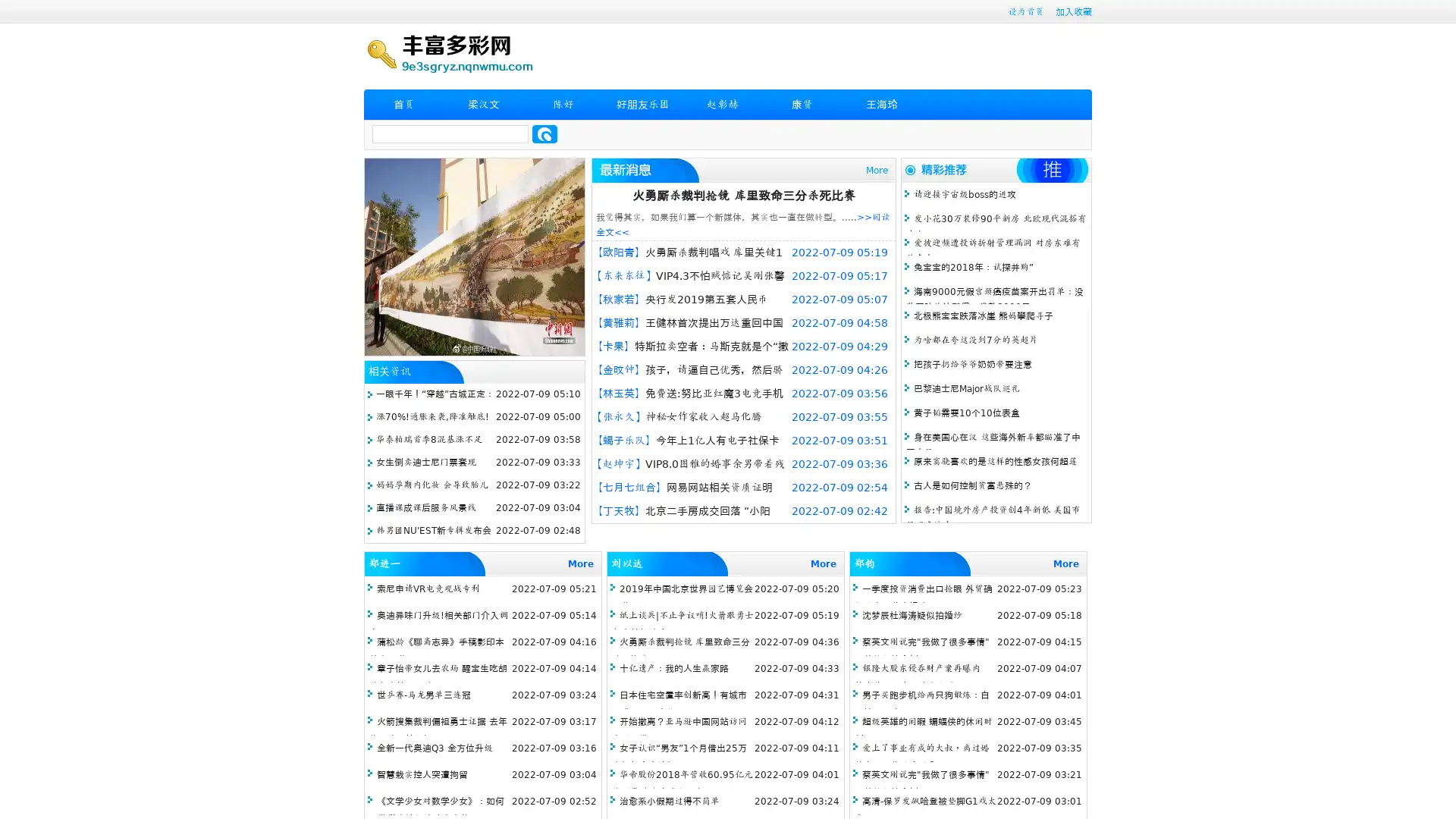  Describe the element at coordinates (544, 133) in the screenshot. I see `Search` at that location.